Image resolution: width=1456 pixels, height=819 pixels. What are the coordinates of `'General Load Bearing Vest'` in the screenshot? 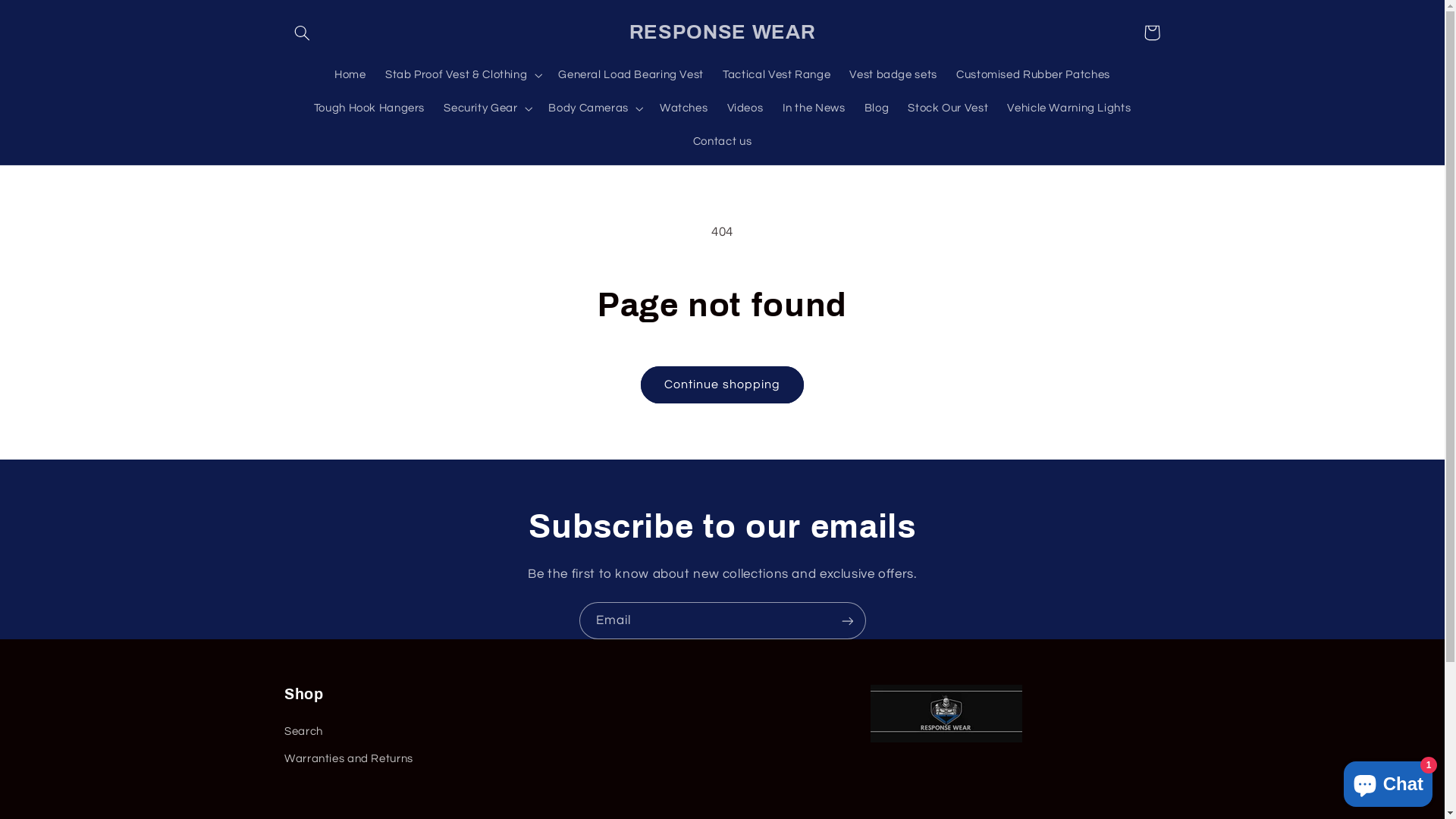 It's located at (631, 75).